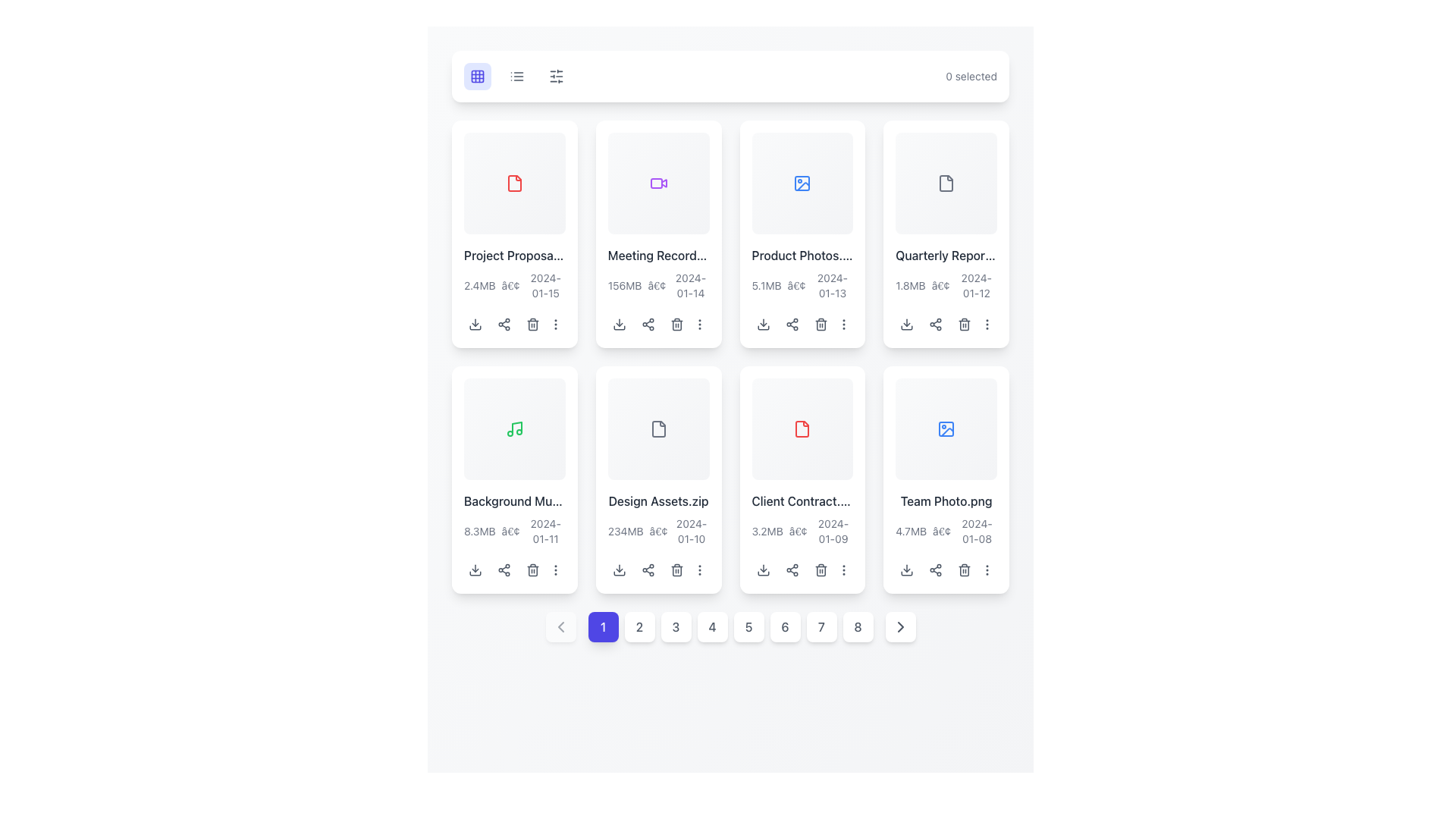  What do you see at coordinates (479, 285) in the screenshot?
I see `the static text label displaying '2.4MB' that is part of the text line '2.4MB • 2024-01-15', located in the lower-left area of the 'Project Proposal' card` at bounding box center [479, 285].